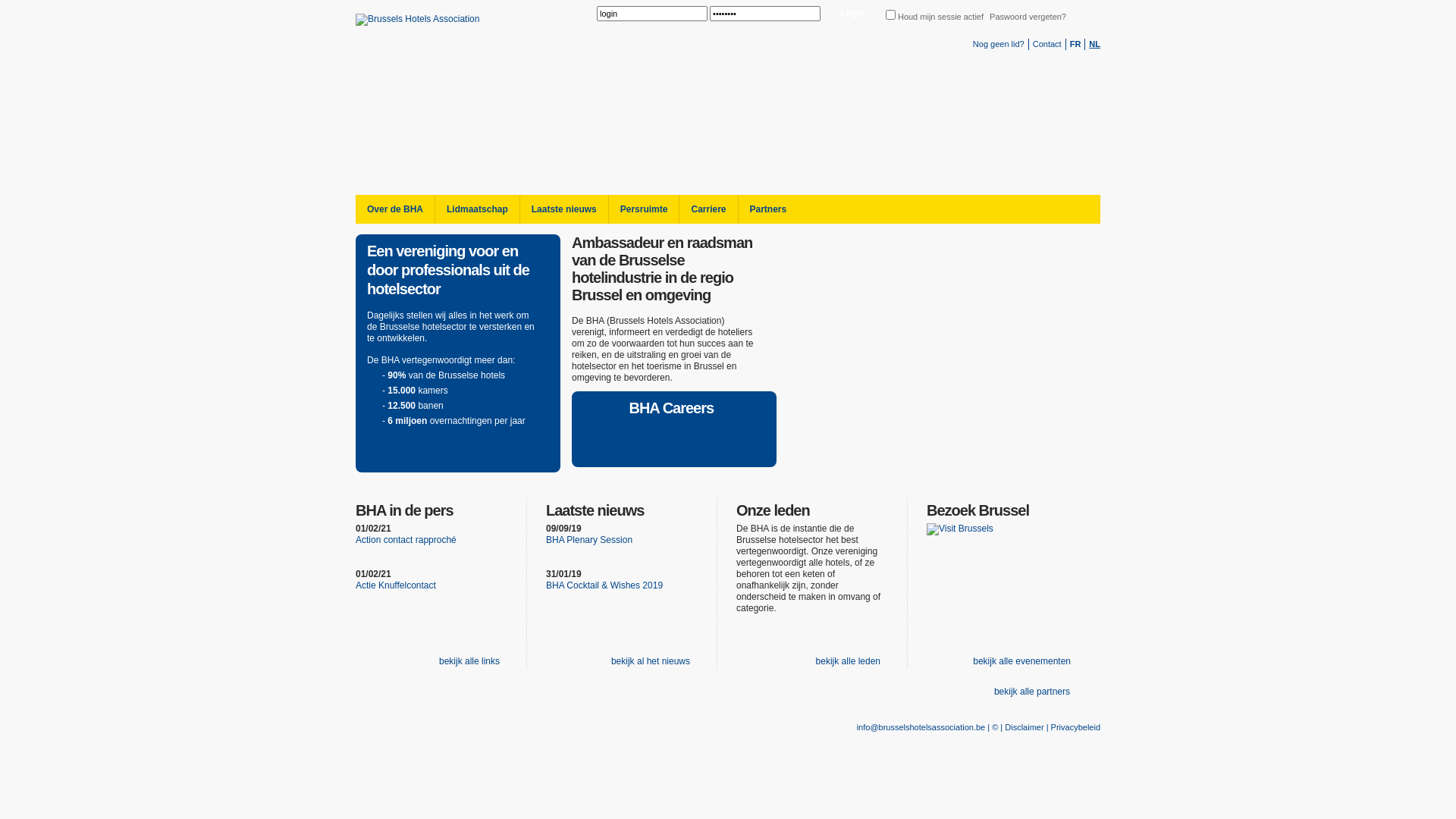  I want to click on 'Contact', so click(1046, 42).